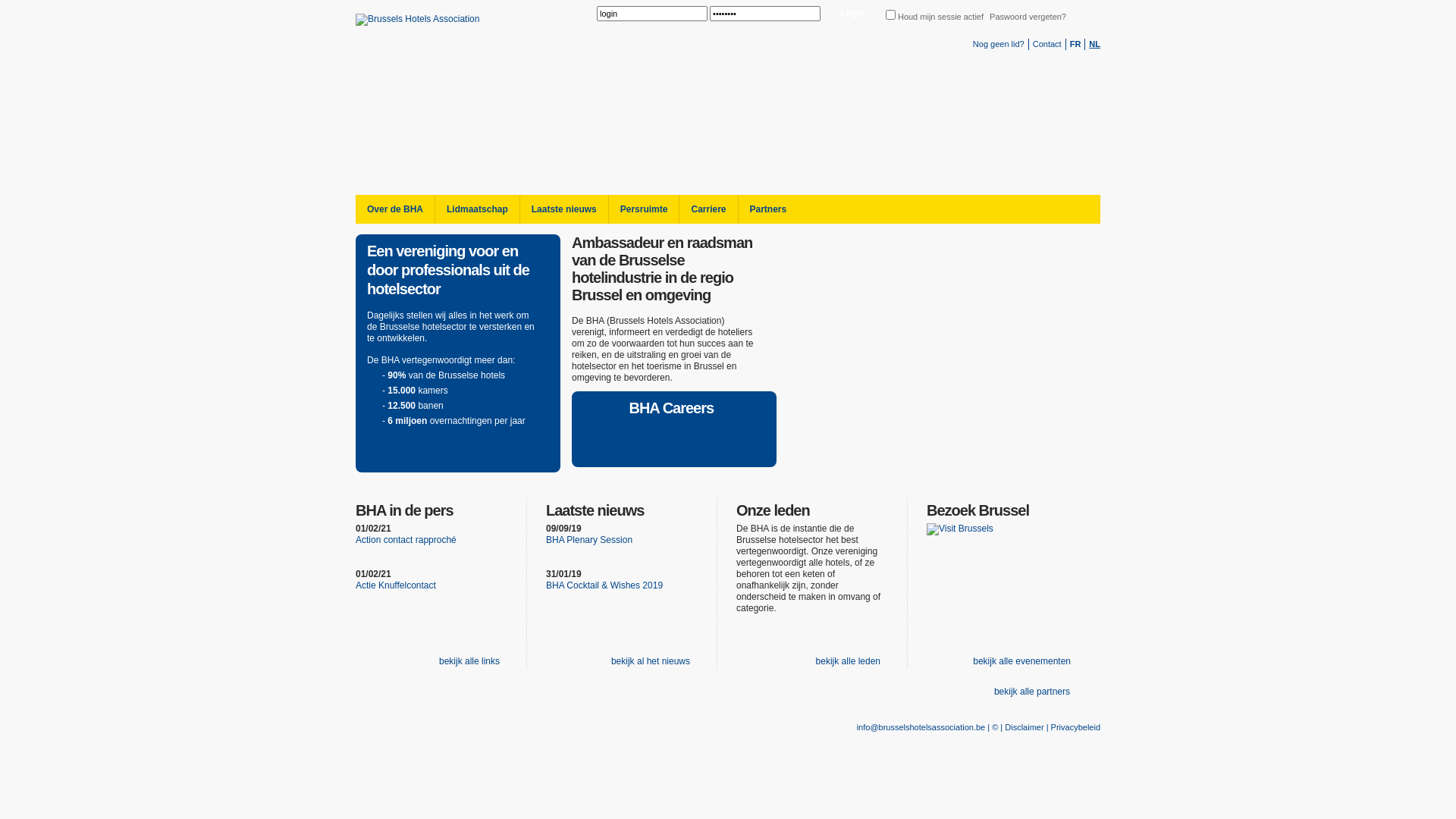  I want to click on 'Contact', so click(1046, 42).